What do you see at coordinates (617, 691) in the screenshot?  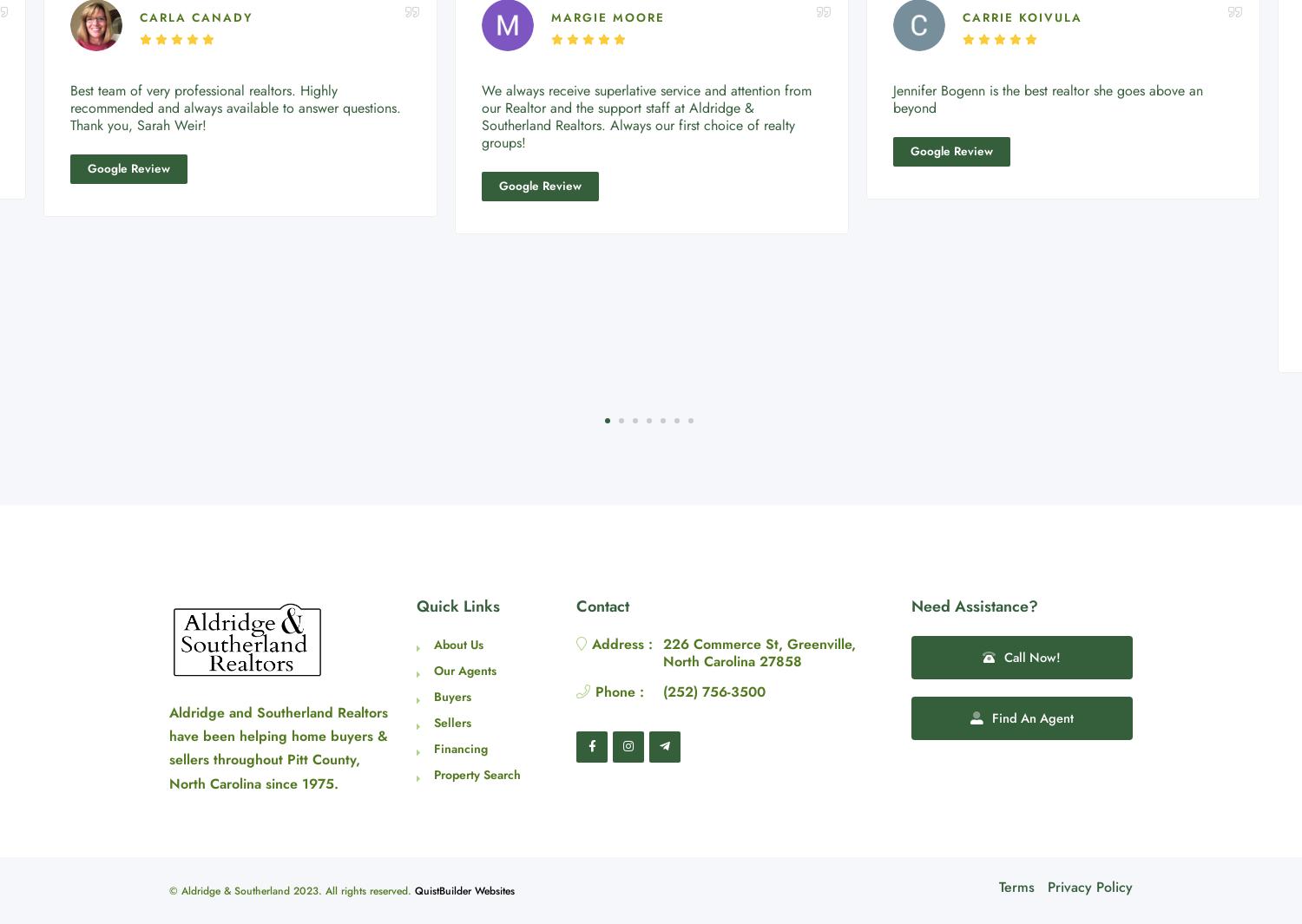 I see `'Phone :'` at bounding box center [617, 691].